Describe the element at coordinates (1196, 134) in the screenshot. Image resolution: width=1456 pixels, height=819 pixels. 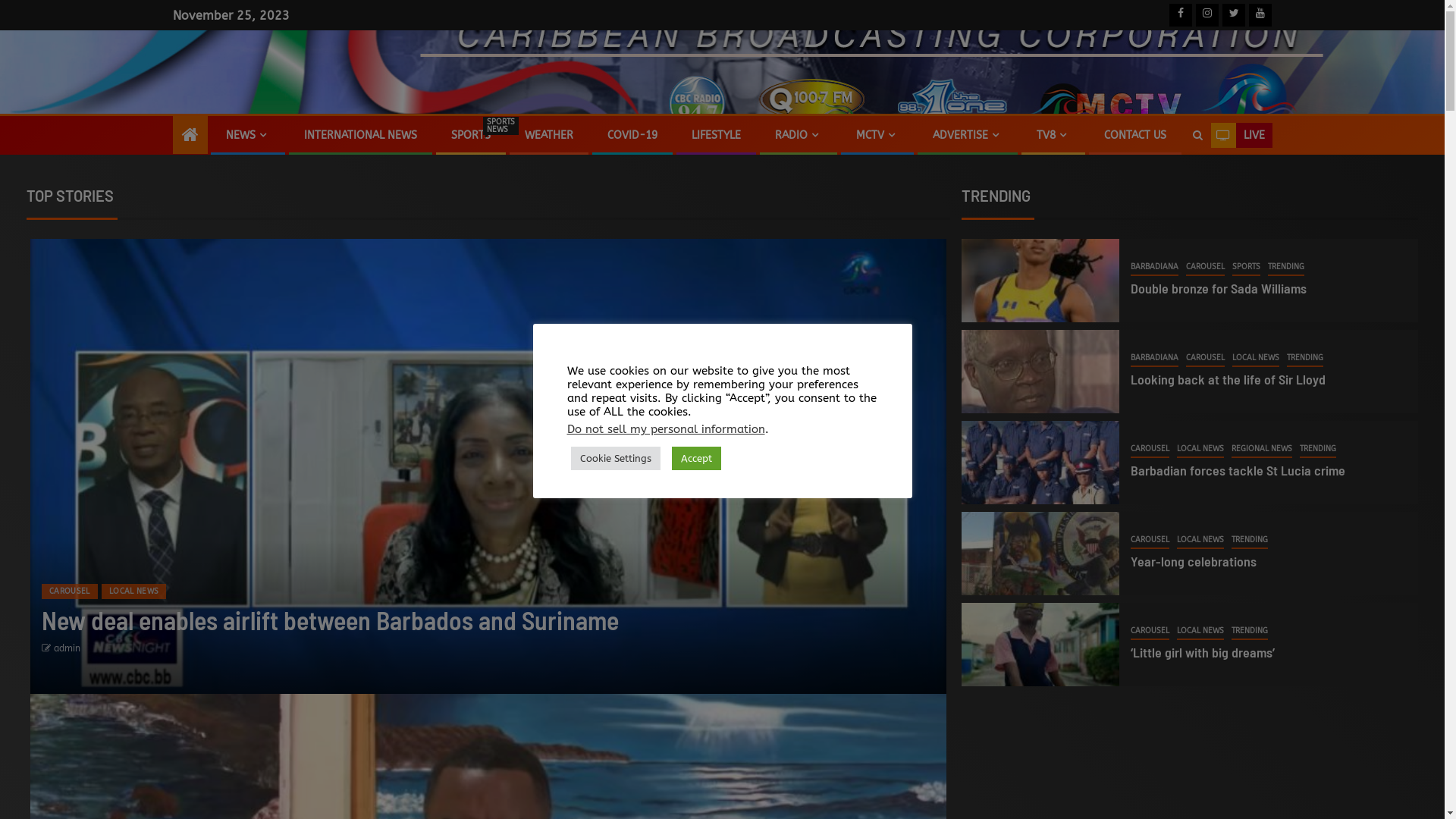
I see `'Search'` at that location.